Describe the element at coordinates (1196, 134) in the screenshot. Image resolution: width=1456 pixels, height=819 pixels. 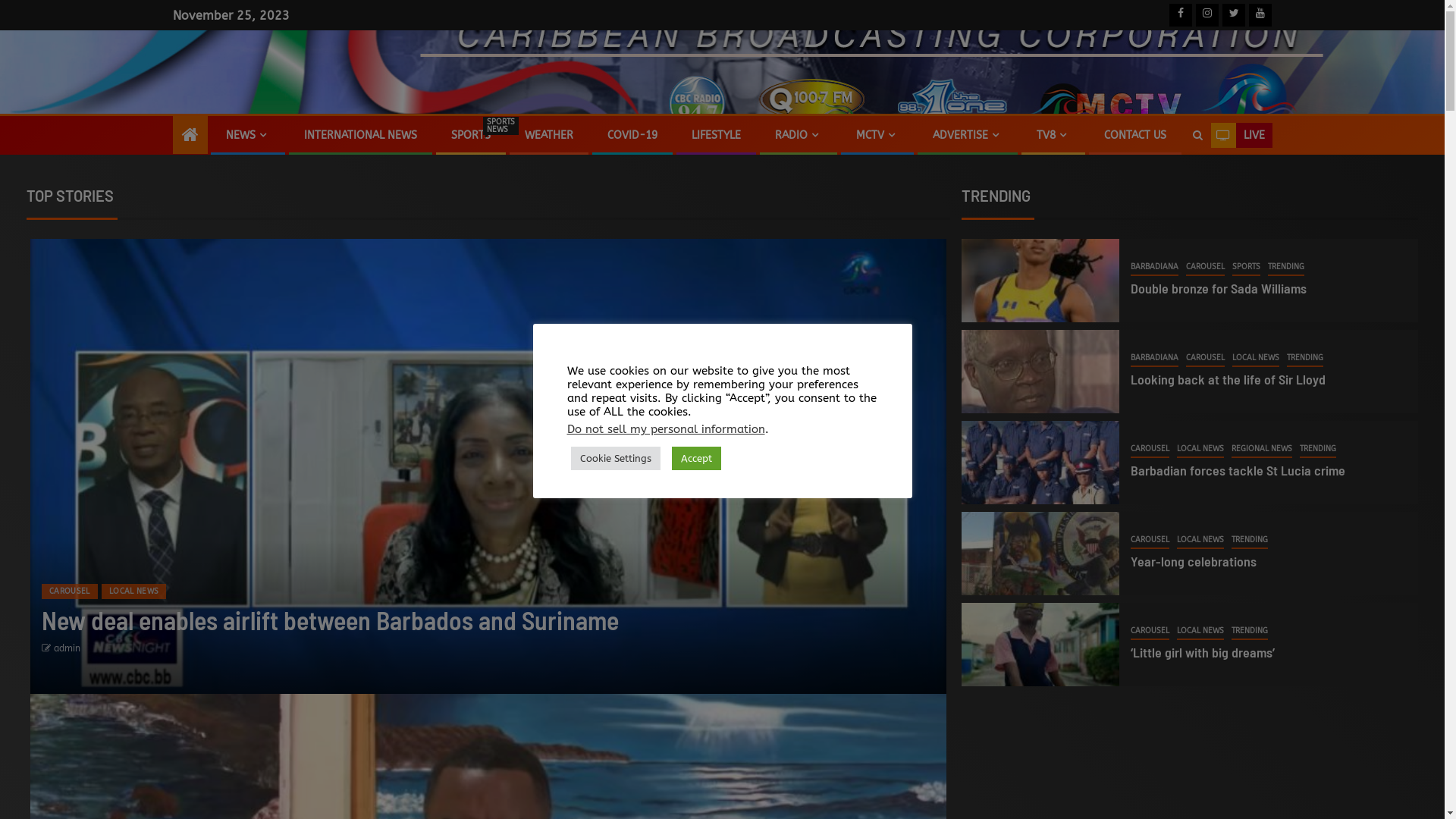
I see `'Search'` at that location.